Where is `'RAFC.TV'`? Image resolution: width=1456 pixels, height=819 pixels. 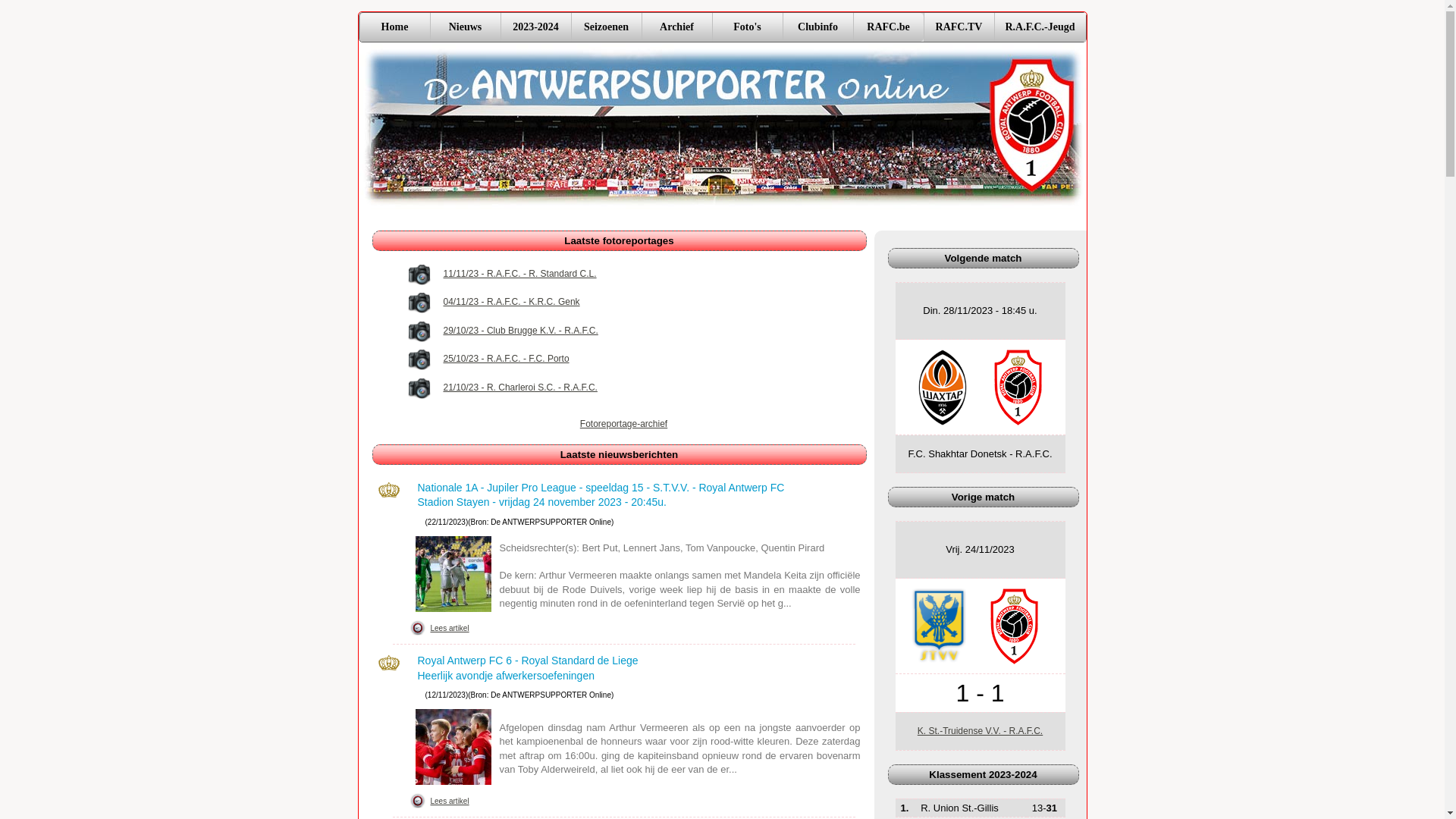
'RAFC.TV' is located at coordinates (958, 27).